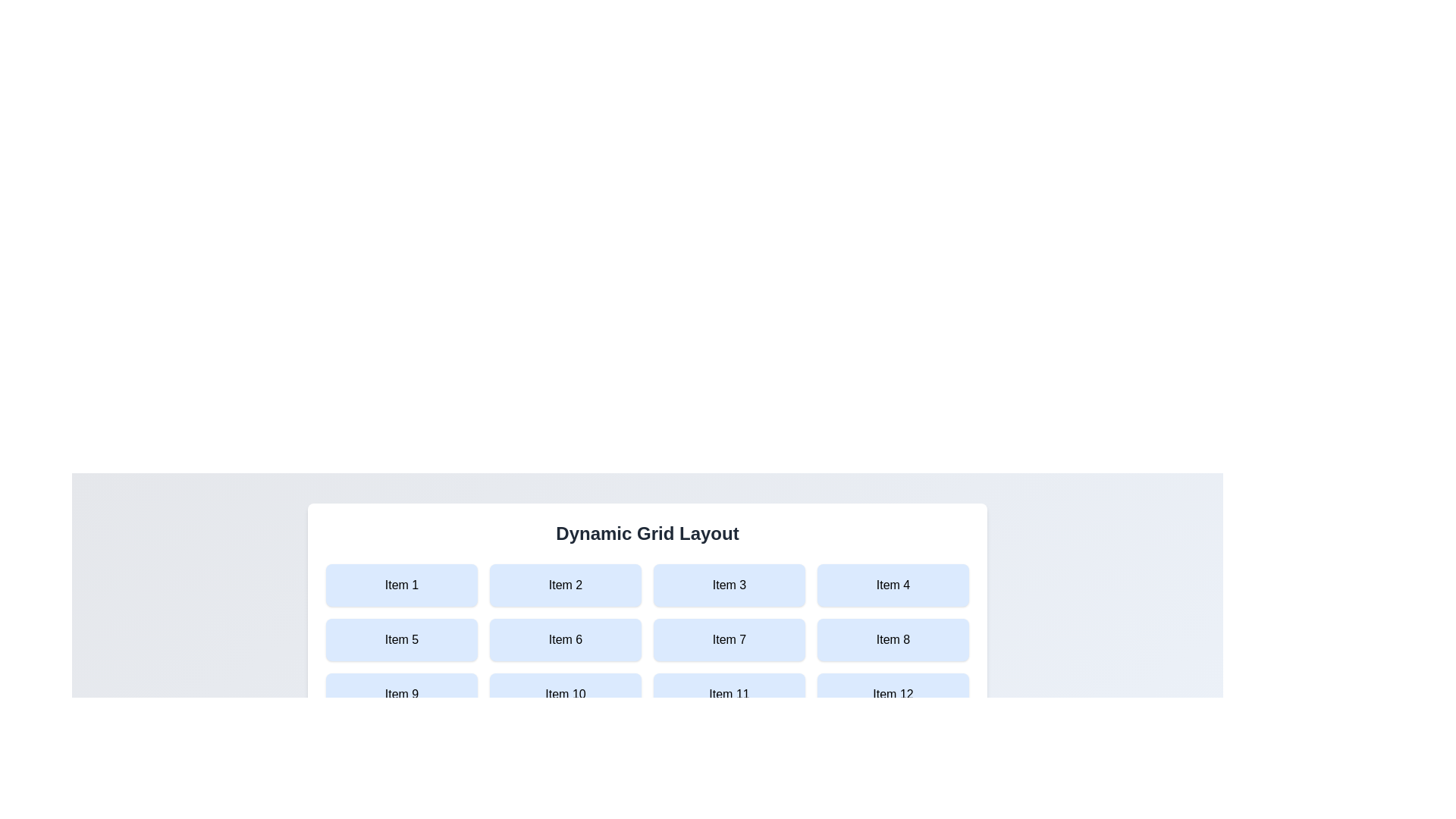  What do you see at coordinates (729, 584) in the screenshot?
I see `the visual representation for 'Item 3' in the grid` at bounding box center [729, 584].